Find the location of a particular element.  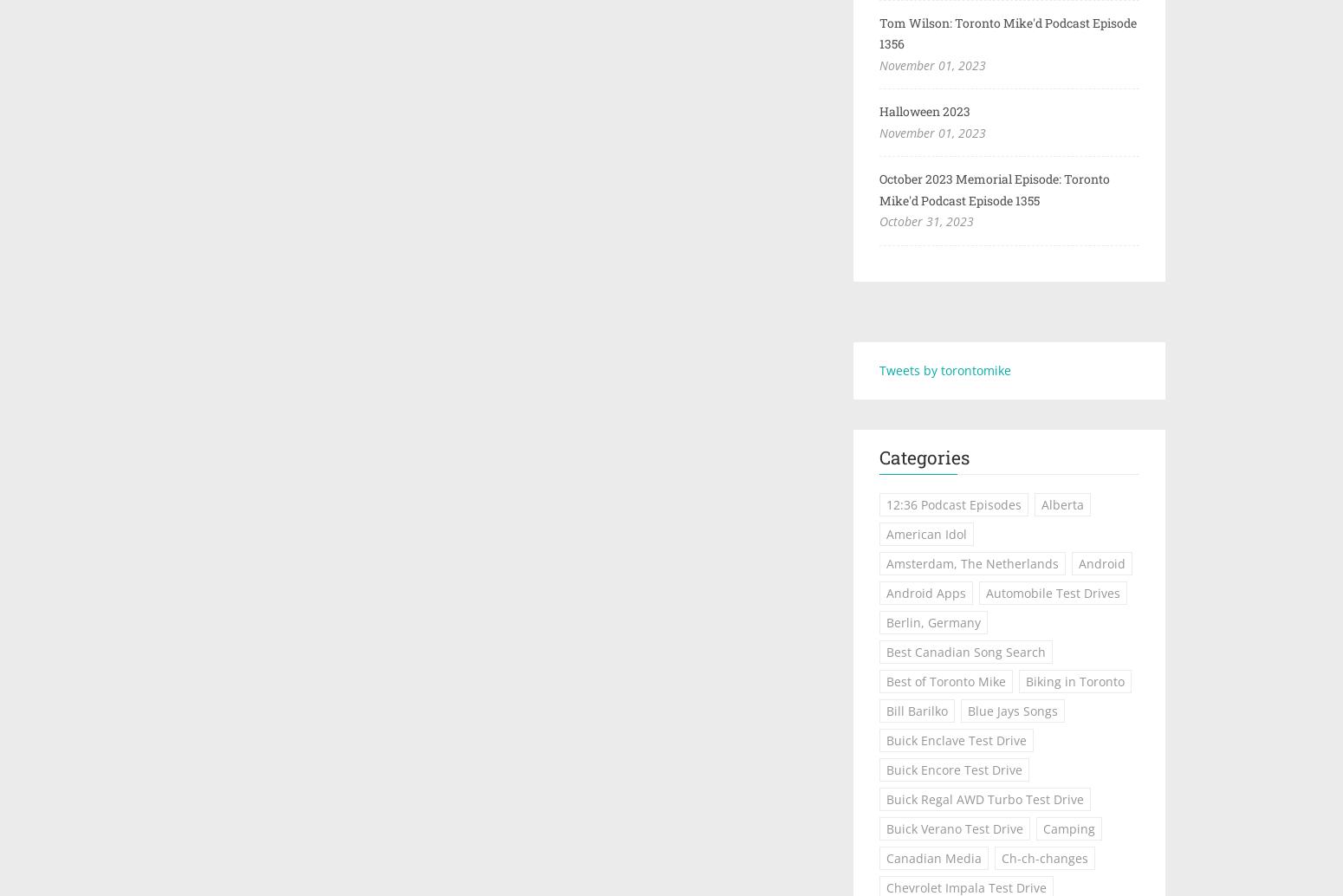

'Berlin, Germany' is located at coordinates (933, 622).